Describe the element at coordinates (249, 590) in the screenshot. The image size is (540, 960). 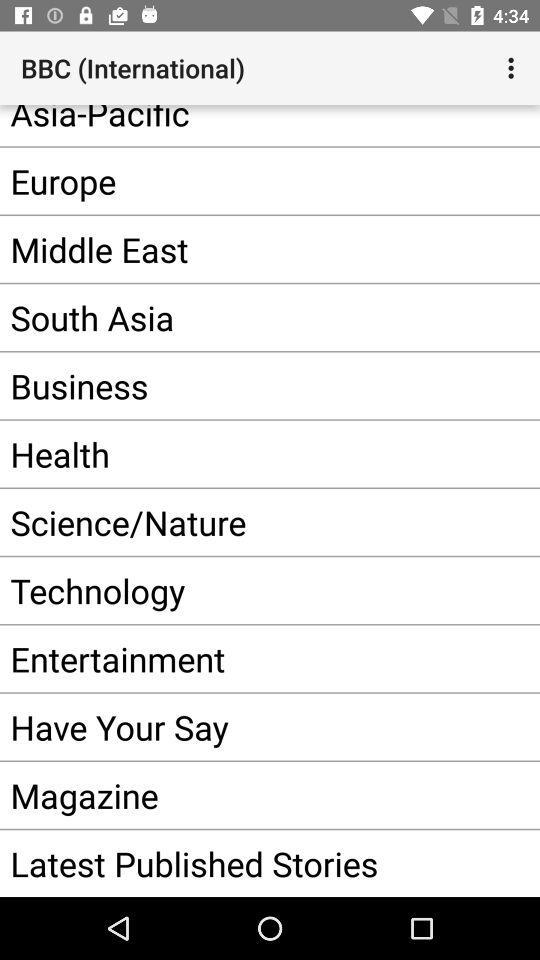
I see `item below the science/nature item` at that location.